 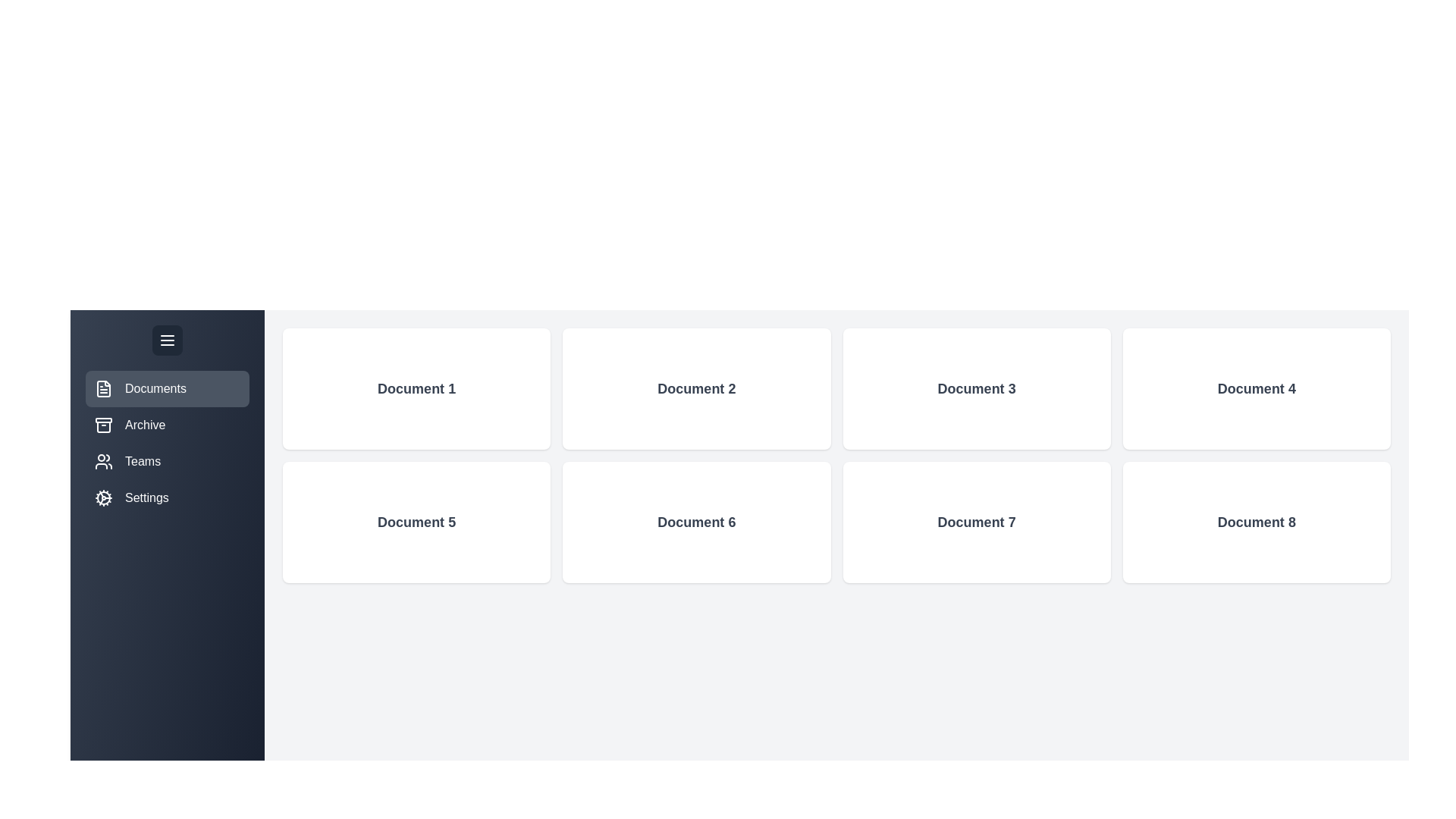 I want to click on the 'Archive' tab to navigate to it, so click(x=167, y=425).